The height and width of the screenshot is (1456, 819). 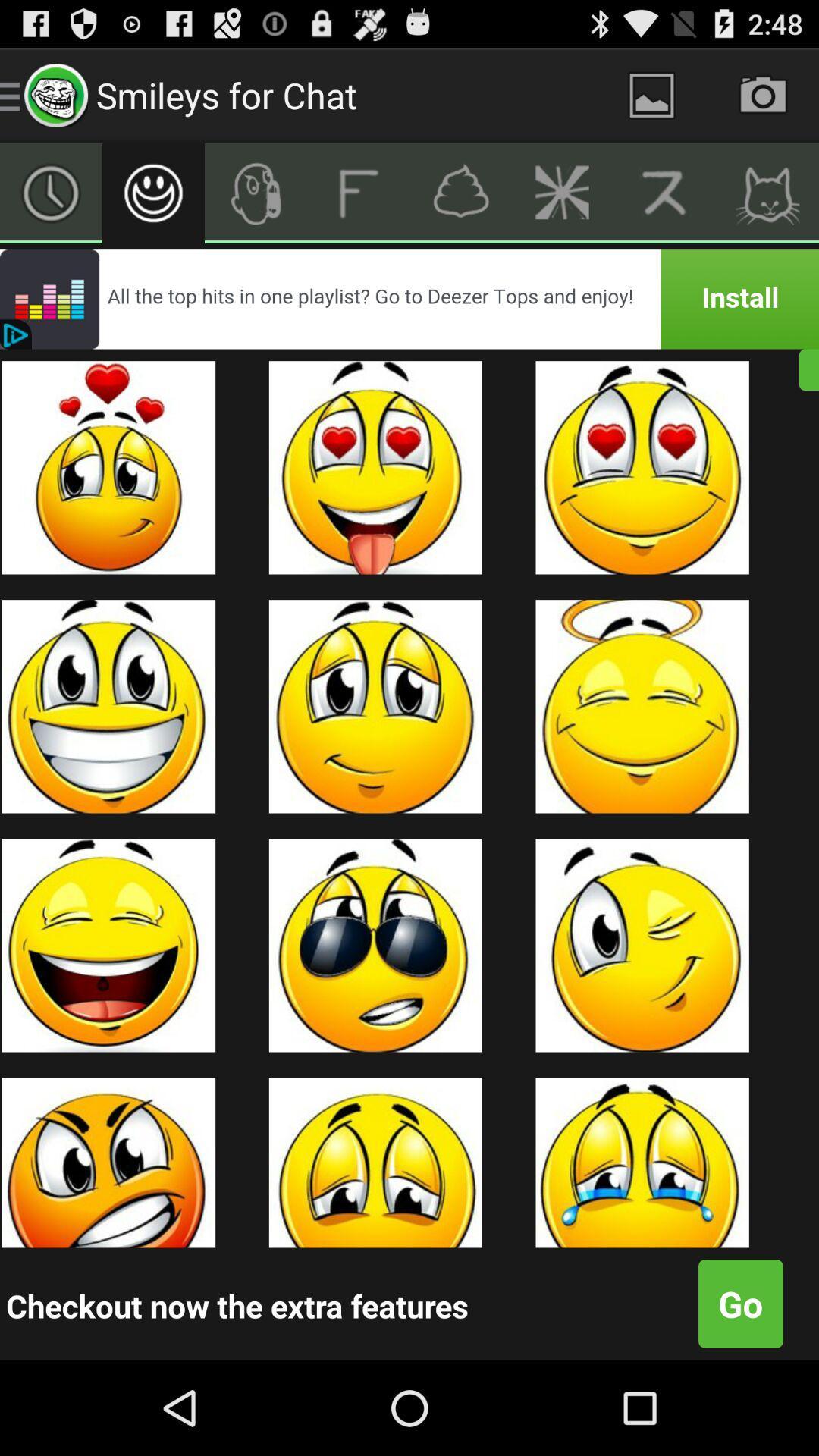 I want to click on click animal head button, so click(x=767, y=192).